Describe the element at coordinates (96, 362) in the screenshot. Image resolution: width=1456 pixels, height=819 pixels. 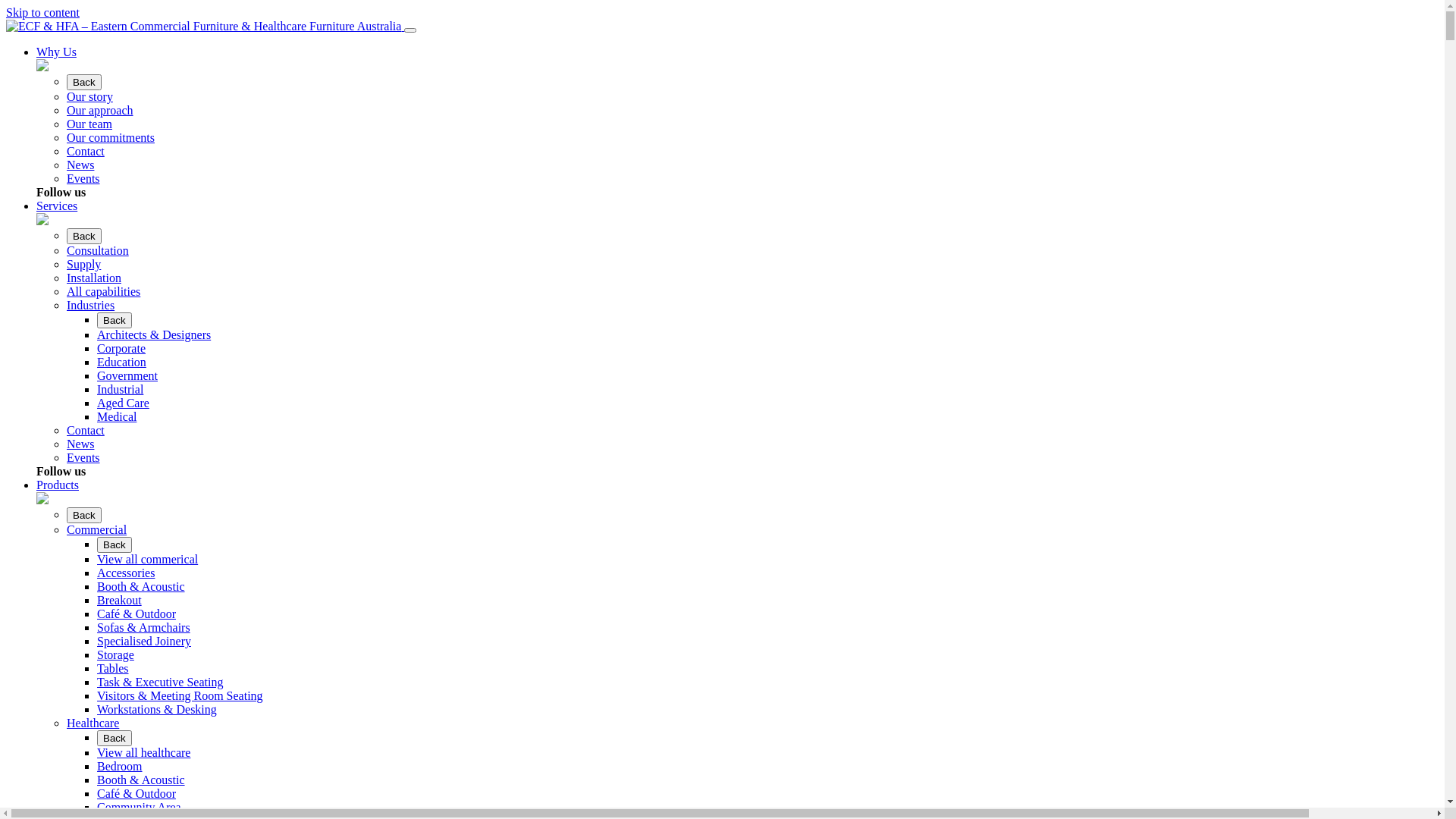
I see `'Education'` at that location.